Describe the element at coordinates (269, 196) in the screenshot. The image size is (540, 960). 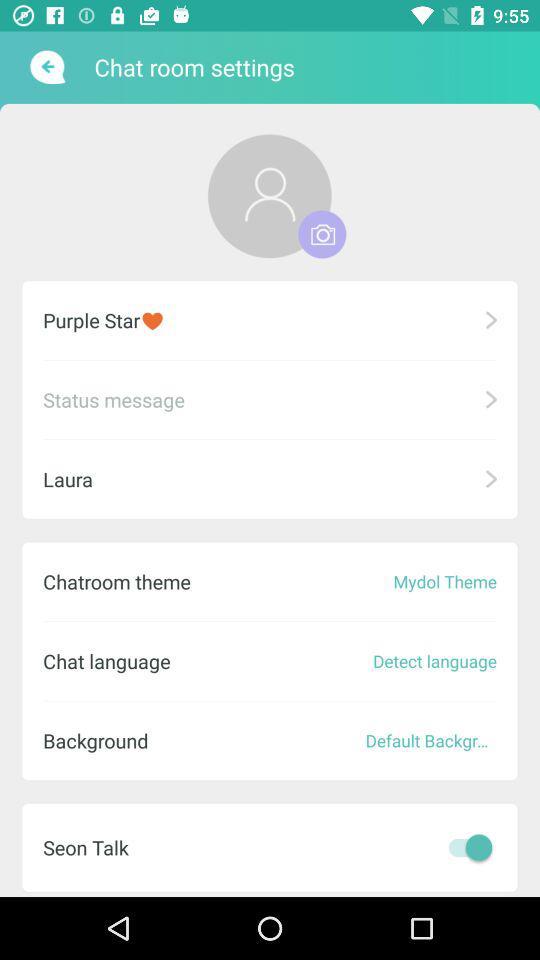
I see `profile picture` at that location.